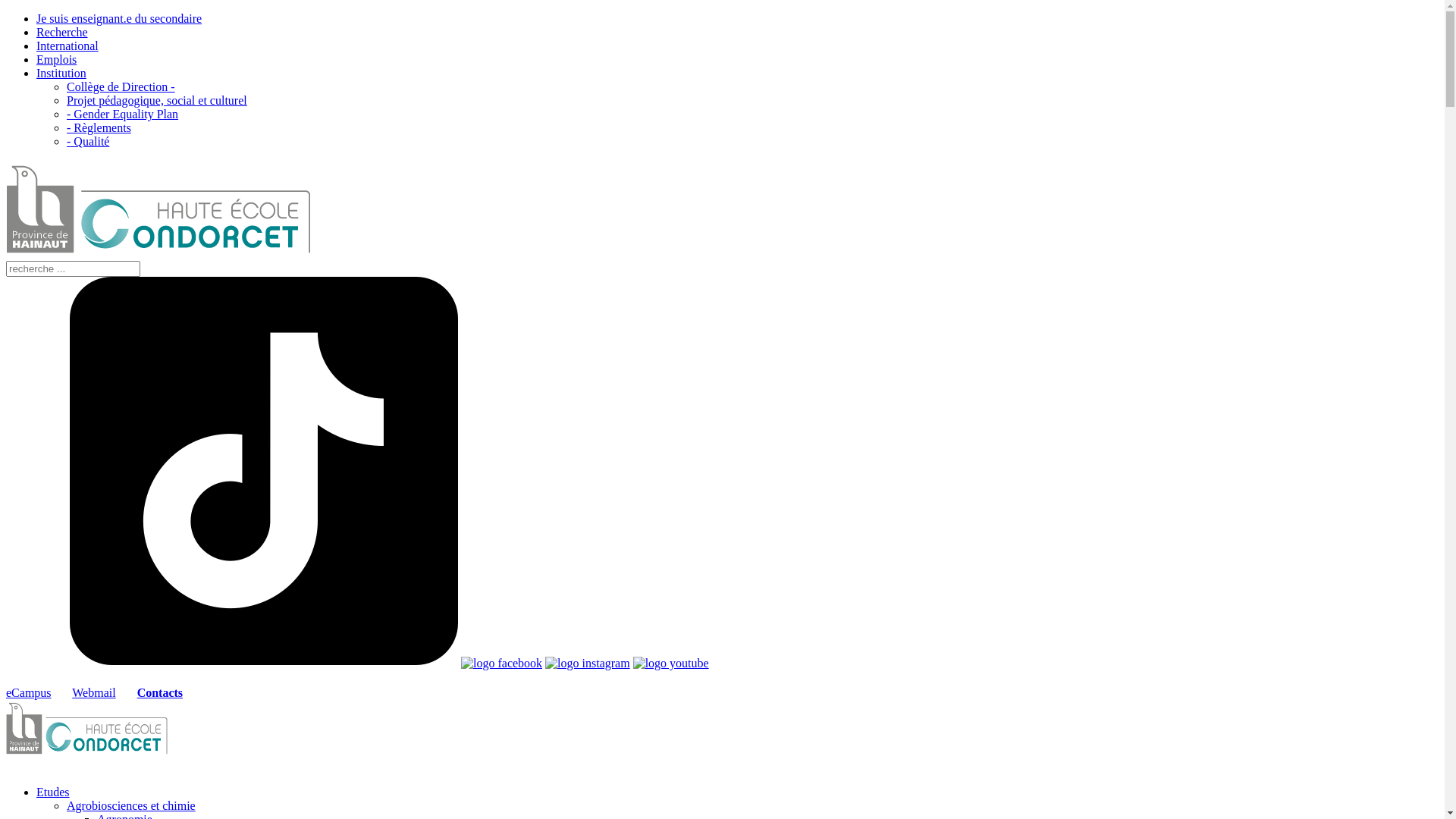 The width and height of the screenshot is (1456, 819). I want to click on 'eCampus', so click(29, 692).